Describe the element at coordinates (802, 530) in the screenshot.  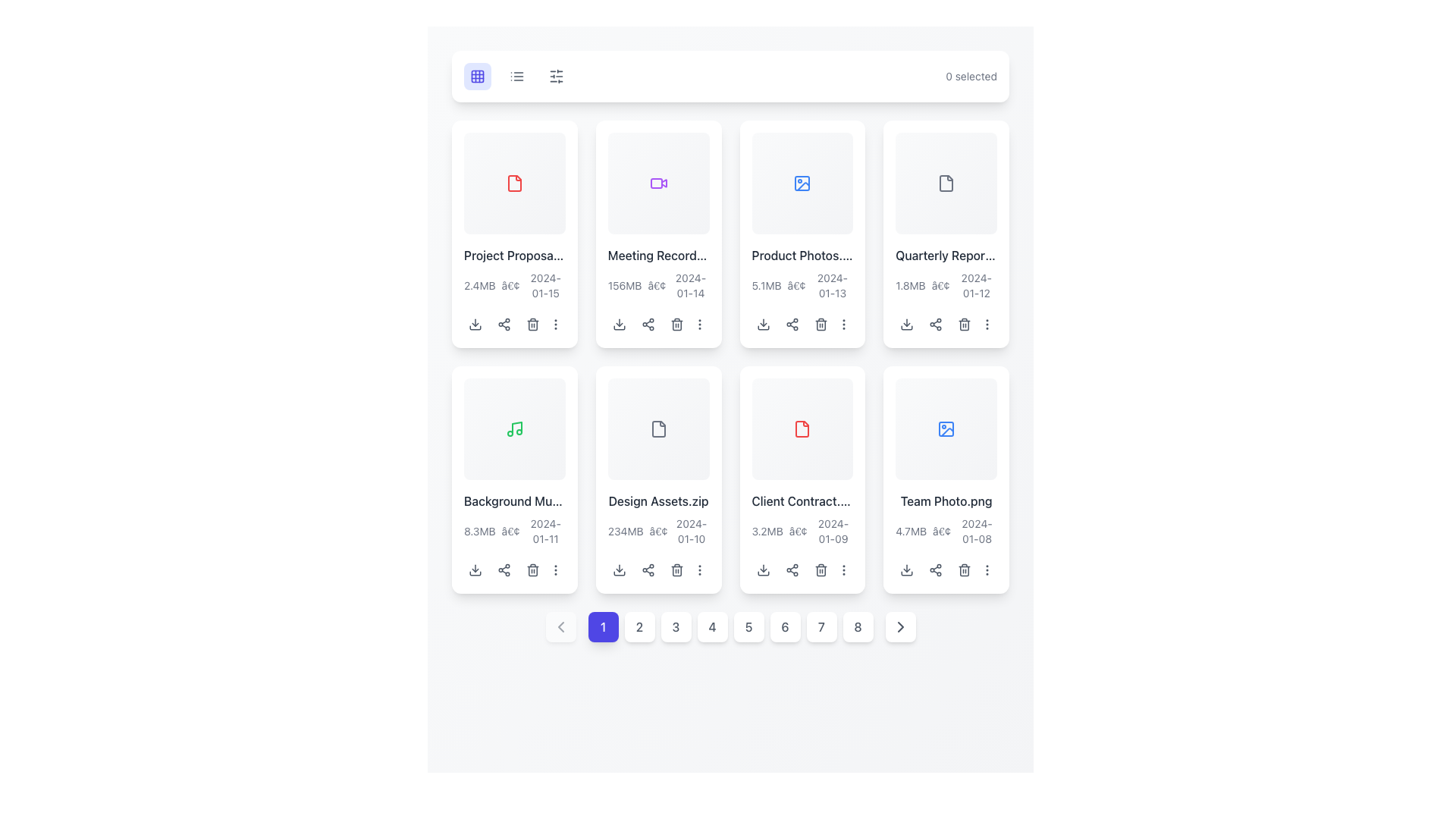
I see `the text label displaying file details, including size '3.2MB', a dot separator '•', and a date '2024-01-09', located beneath the 'Client Contract.pdf' file name in the fourth card of the second row` at that location.